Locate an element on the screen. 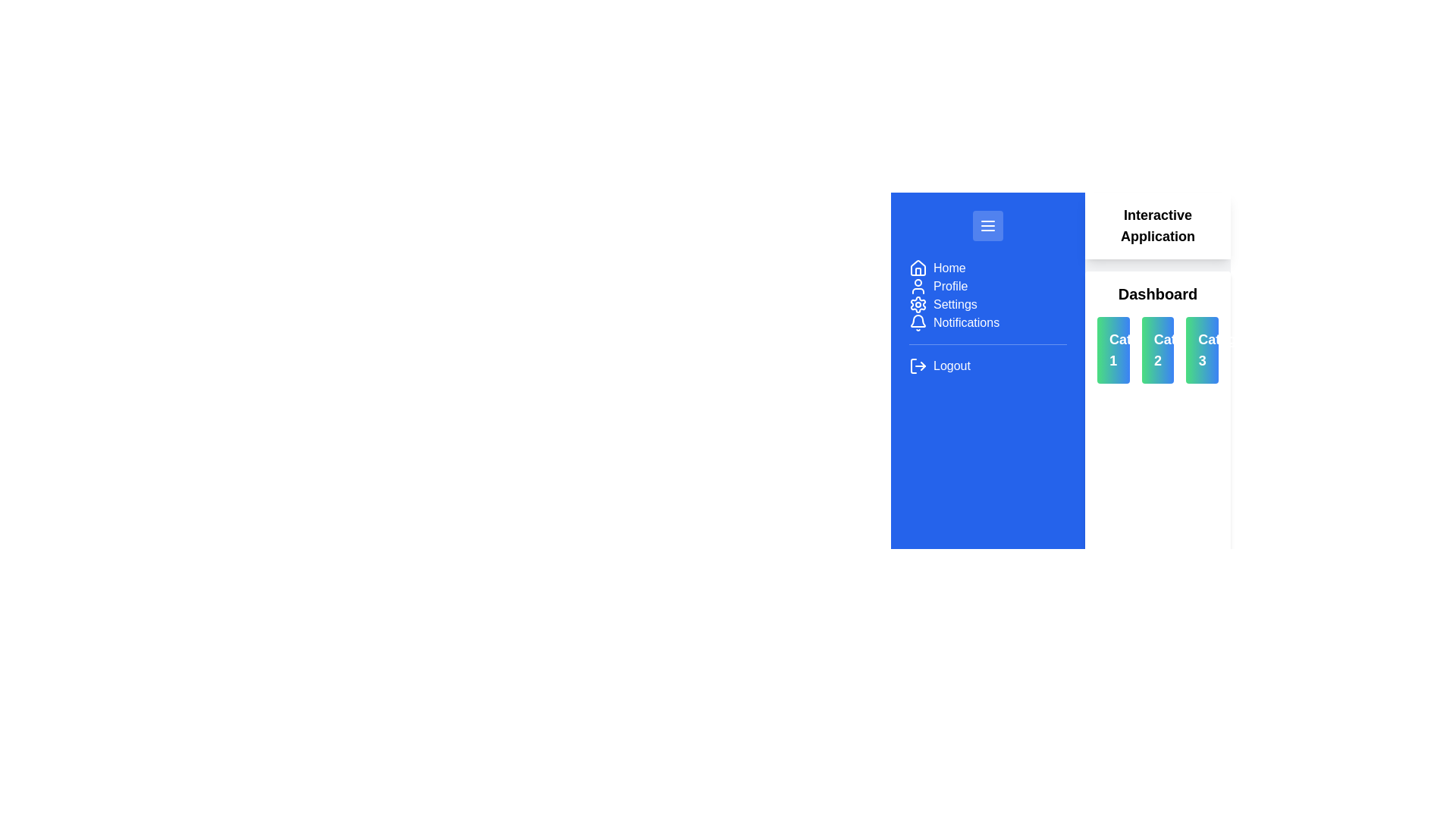 The image size is (1456, 819). the 'Home' icon located in the navigation menu on the left side of the interface, positioned to the left of the 'Home' text is located at coordinates (917, 268).